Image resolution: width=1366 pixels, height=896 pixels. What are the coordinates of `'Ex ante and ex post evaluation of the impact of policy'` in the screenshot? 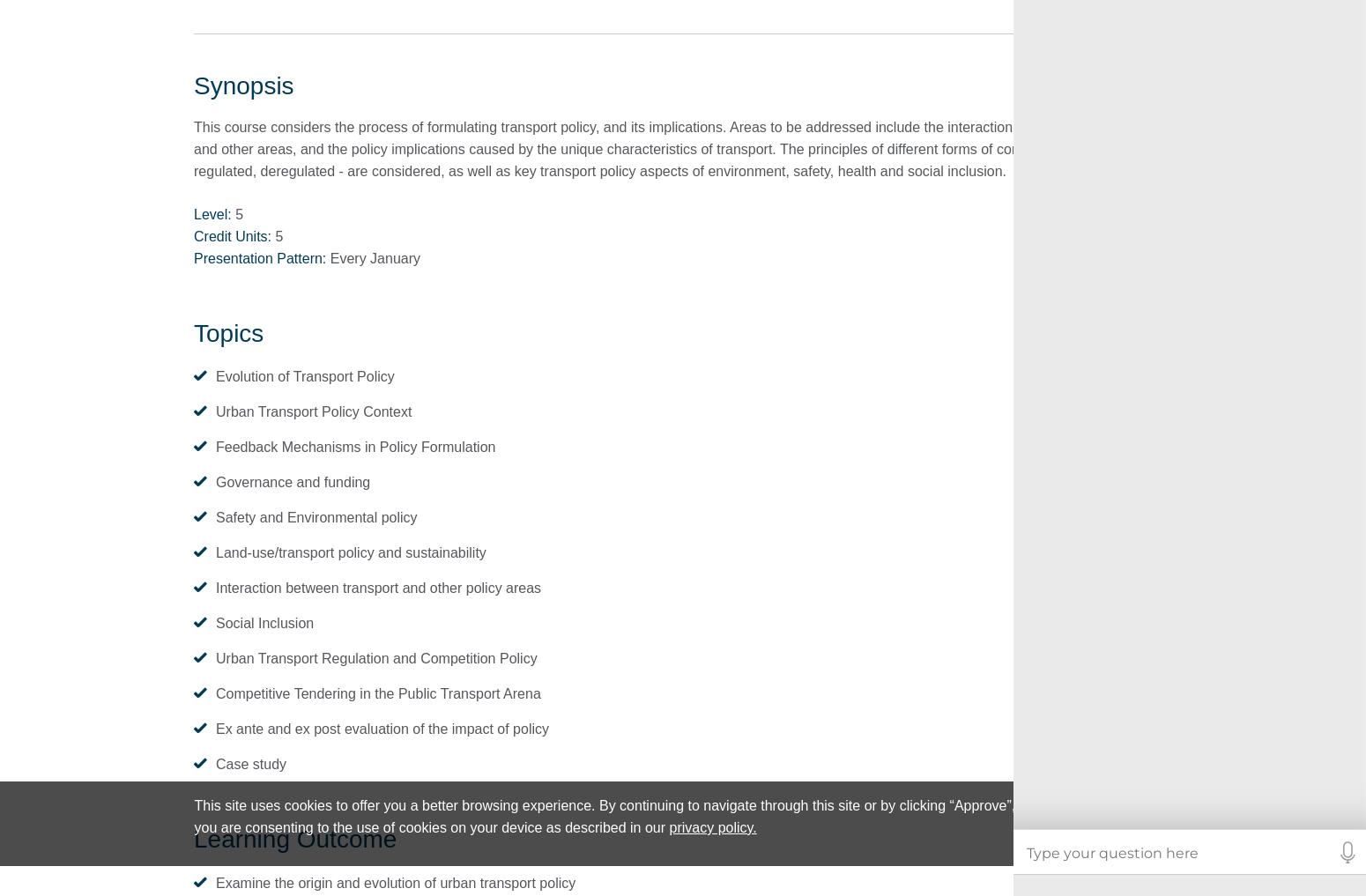 It's located at (382, 728).